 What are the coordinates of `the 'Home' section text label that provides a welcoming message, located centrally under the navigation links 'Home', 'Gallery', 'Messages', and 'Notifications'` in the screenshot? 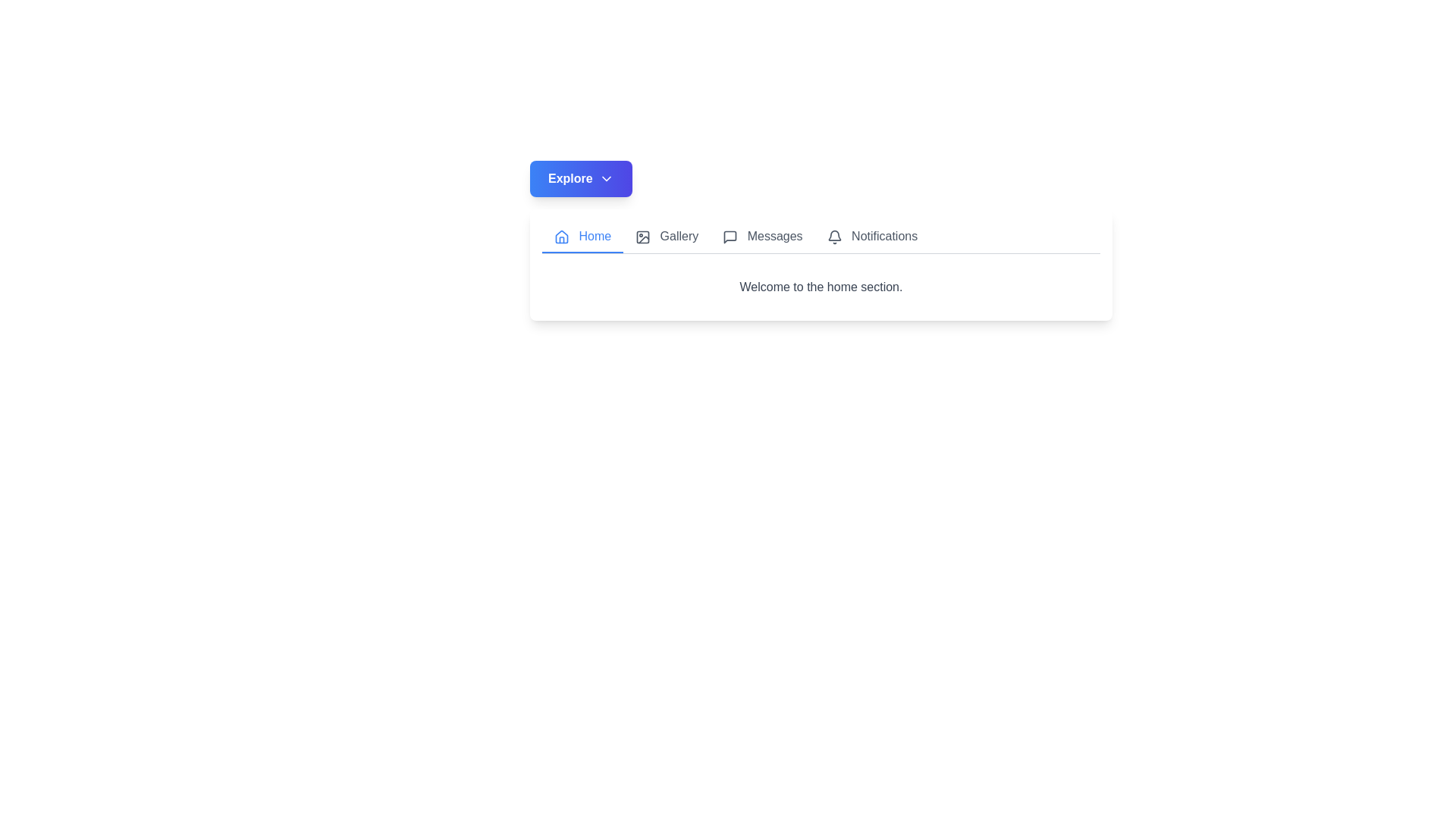 It's located at (821, 287).